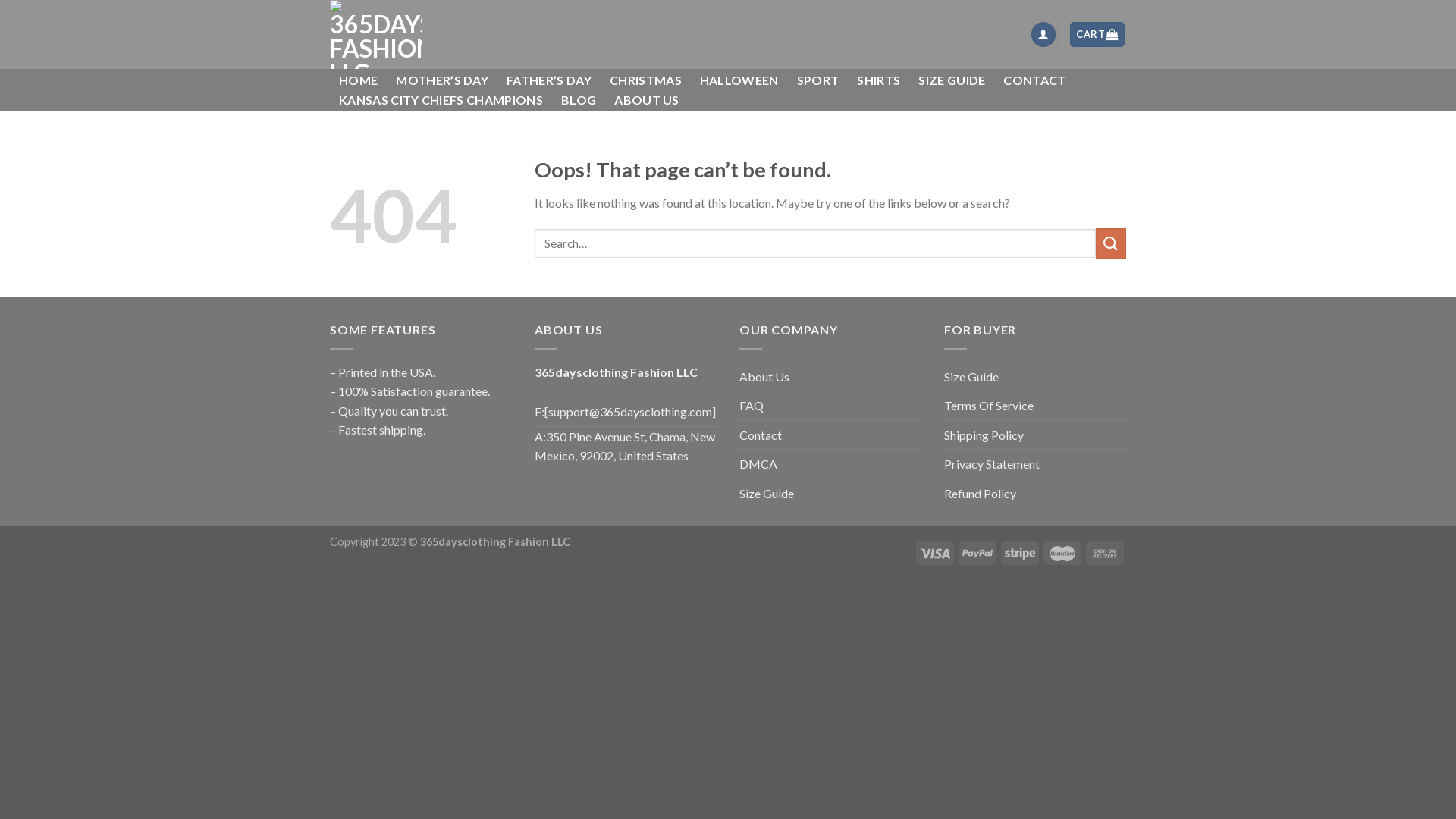 This screenshot has width=1456, height=819. I want to click on 'Contact', so click(739, 435).